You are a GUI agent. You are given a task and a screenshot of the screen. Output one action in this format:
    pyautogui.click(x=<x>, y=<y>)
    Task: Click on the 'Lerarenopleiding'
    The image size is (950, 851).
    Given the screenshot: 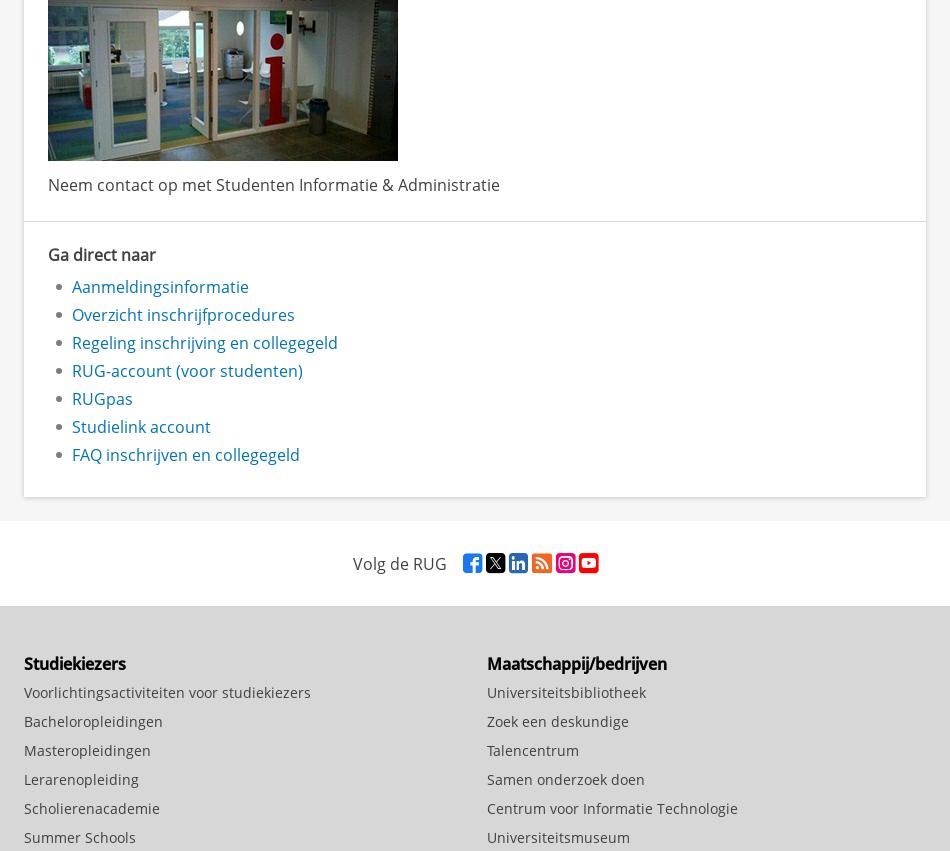 What is the action you would take?
    pyautogui.click(x=81, y=777)
    